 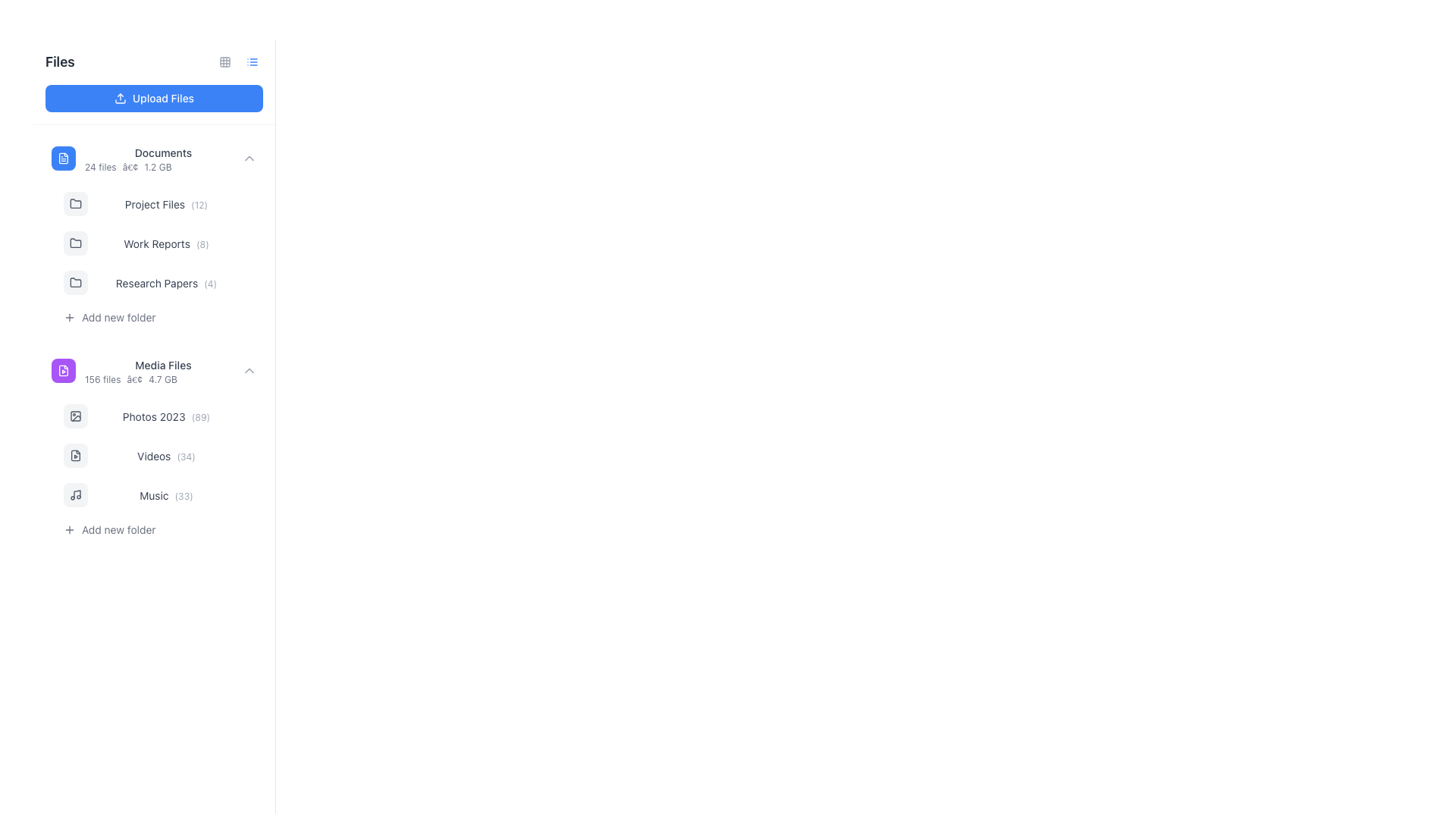 I want to click on the toggle button for changing the display format or layout, so click(x=224, y=61).